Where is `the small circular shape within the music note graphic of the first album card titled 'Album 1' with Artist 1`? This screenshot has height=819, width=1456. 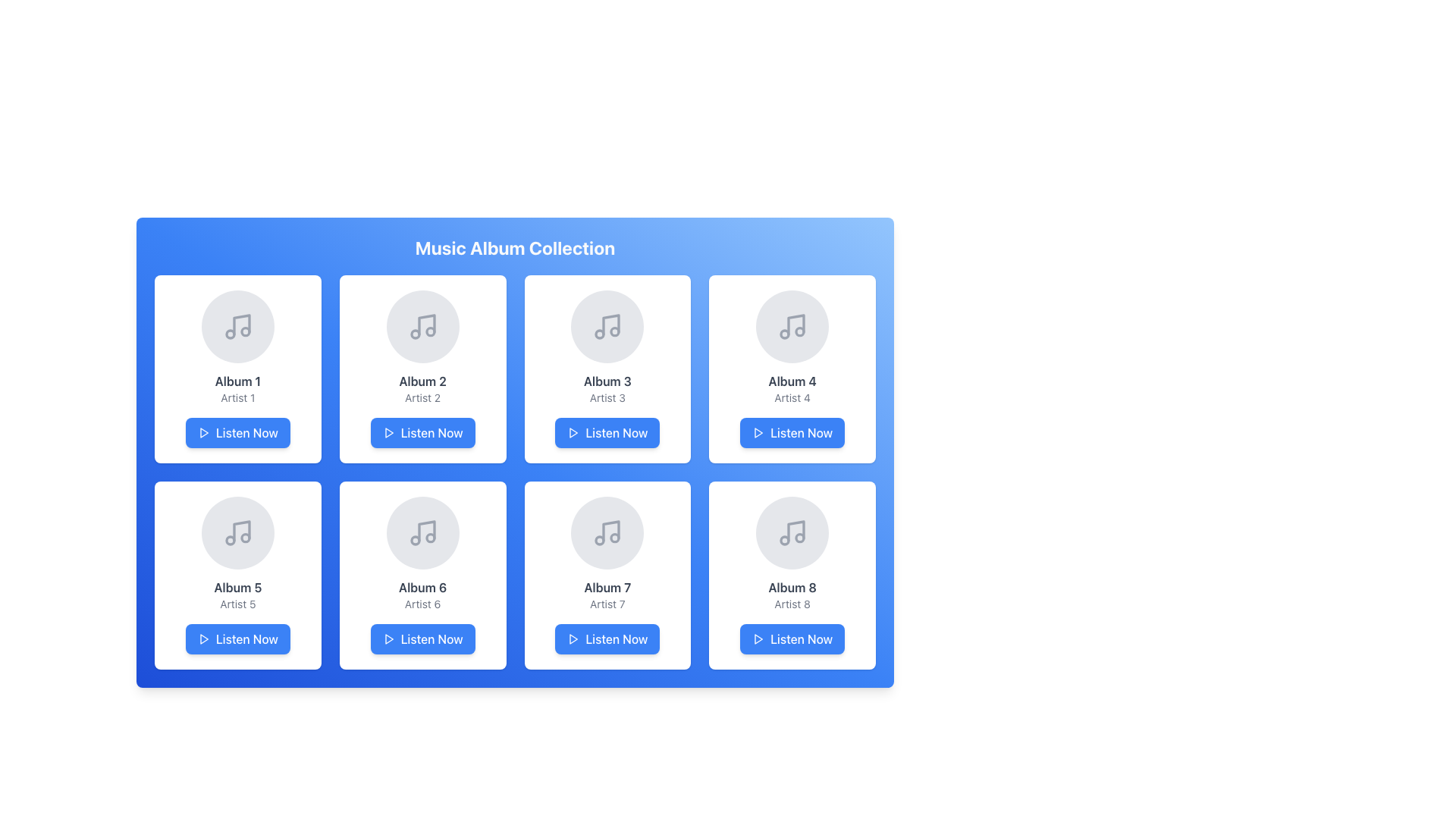
the small circular shape within the music note graphic of the first album card titled 'Album 1' with Artist 1 is located at coordinates (229, 333).